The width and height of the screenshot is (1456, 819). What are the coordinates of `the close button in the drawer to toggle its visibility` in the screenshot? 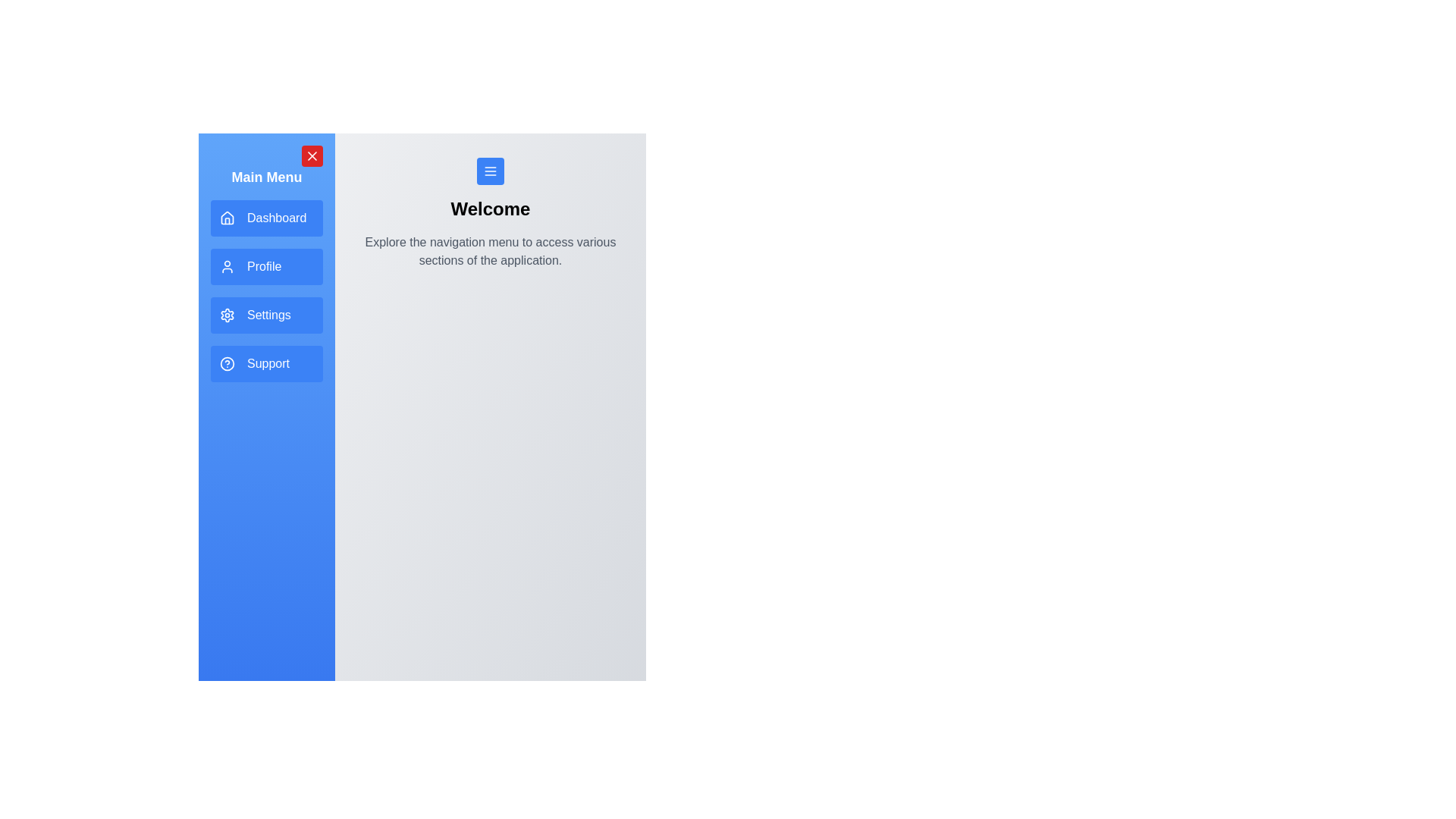 It's located at (312, 155).